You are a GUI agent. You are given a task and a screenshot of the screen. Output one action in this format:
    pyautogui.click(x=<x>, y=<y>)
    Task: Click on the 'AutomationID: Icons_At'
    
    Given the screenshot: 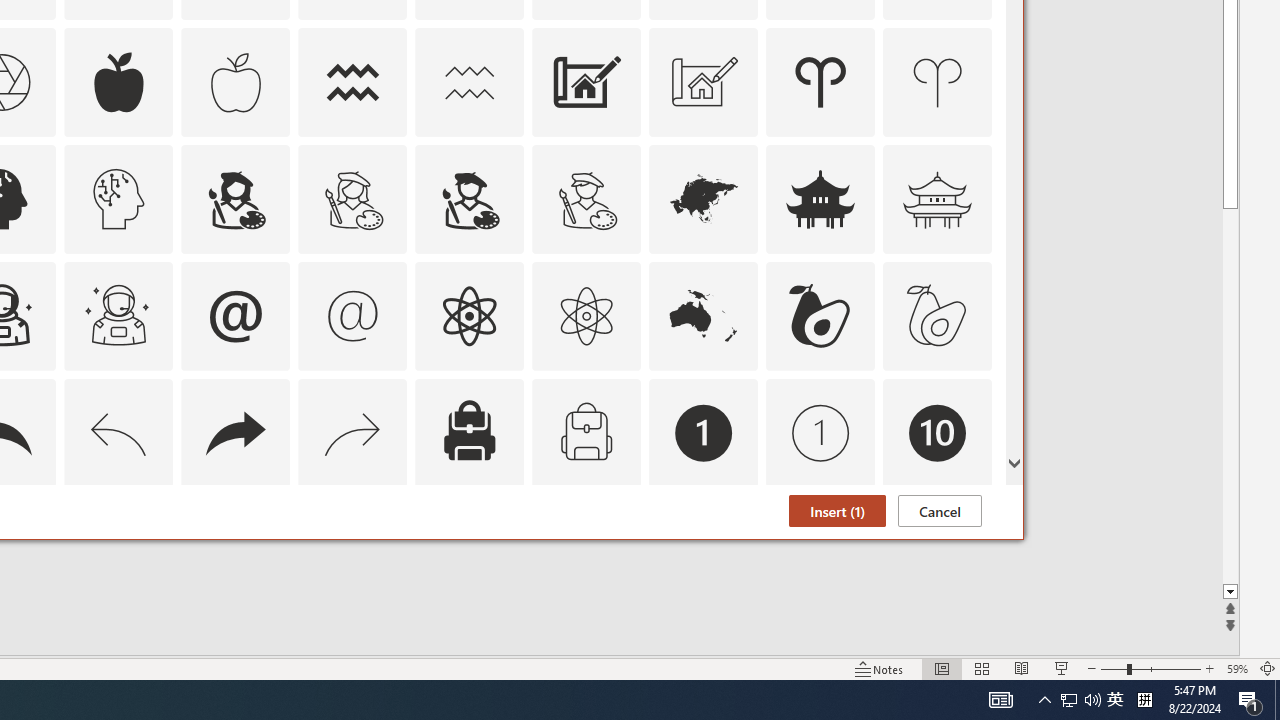 What is the action you would take?
    pyautogui.click(x=235, y=315)
    